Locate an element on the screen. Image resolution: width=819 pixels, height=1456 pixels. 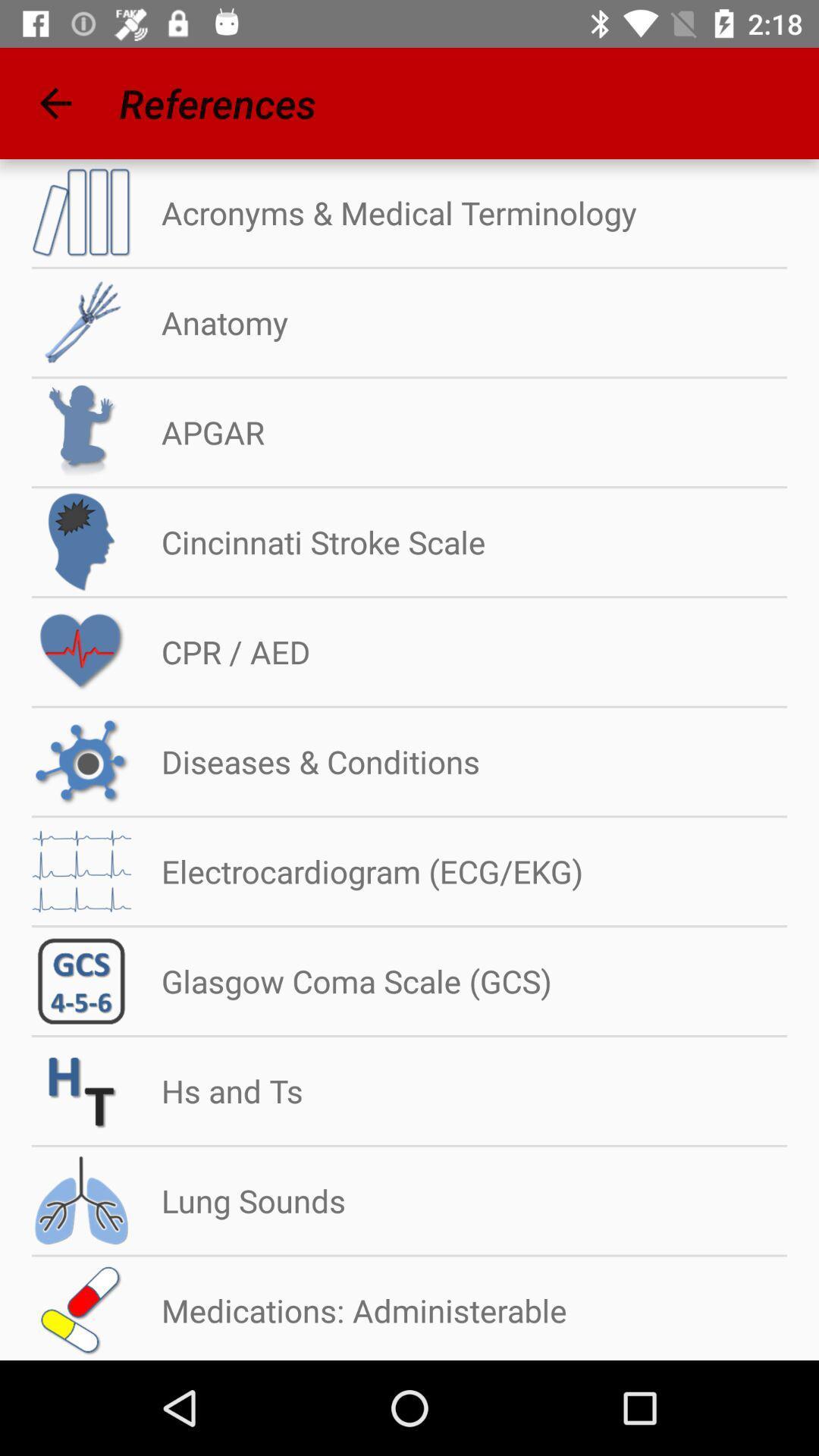
the apgar is located at coordinates (197, 431).